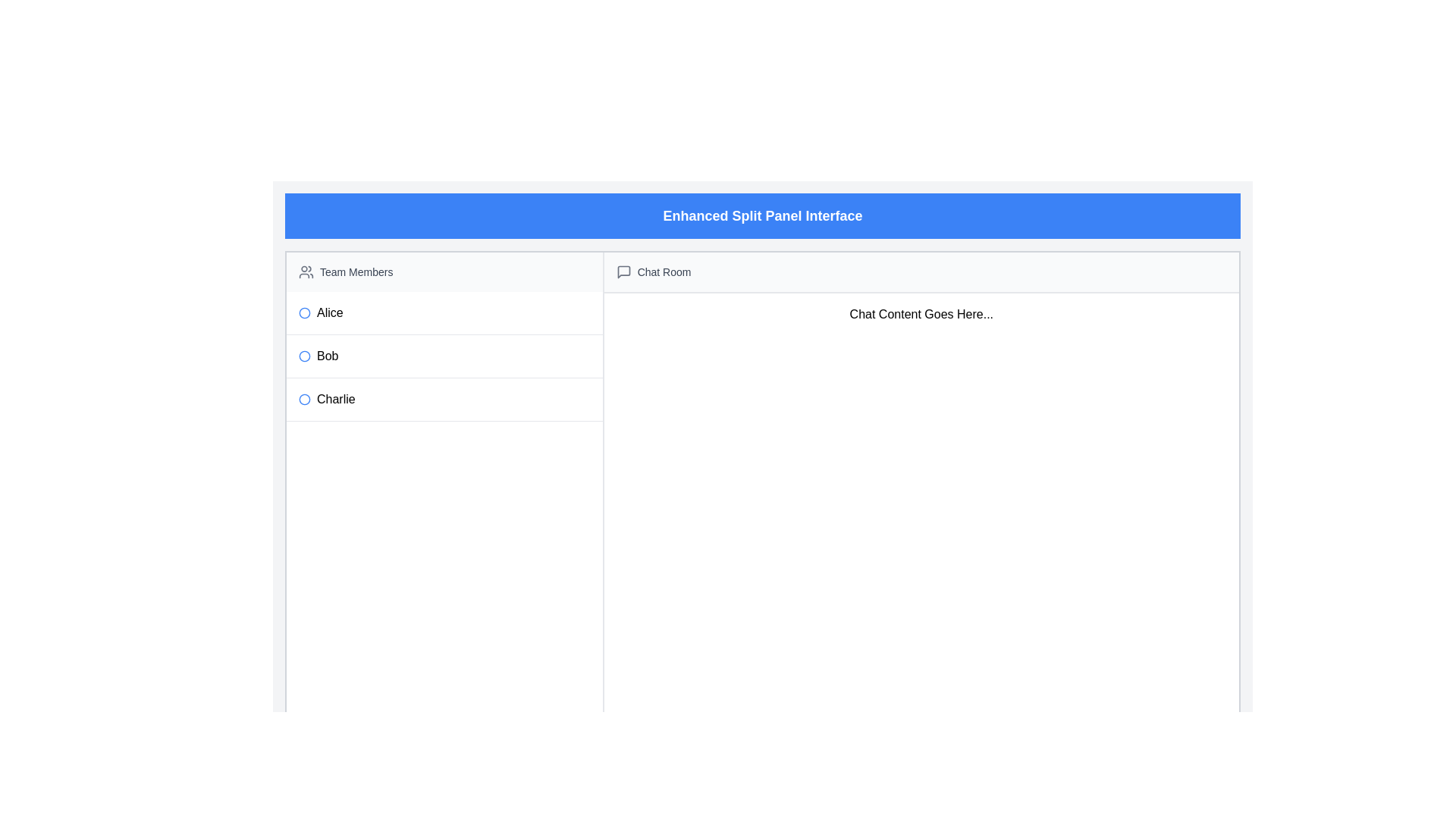 The width and height of the screenshot is (1456, 819). I want to click on the second radio button for 'Bob' in the Team Members section, so click(304, 356).